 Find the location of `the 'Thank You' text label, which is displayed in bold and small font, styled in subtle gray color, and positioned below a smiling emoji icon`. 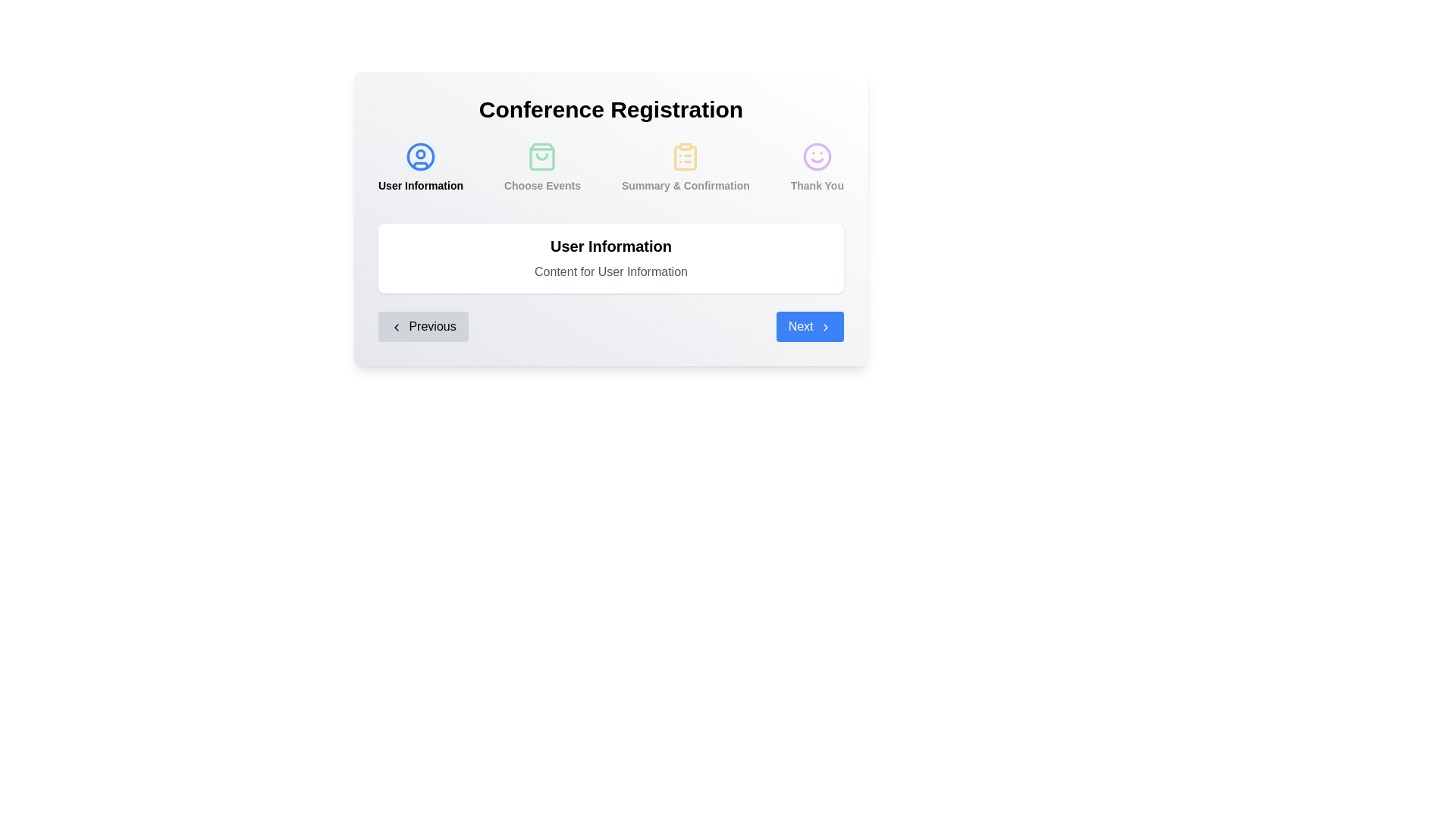

the 'Thank You' text label, which is displayed in bold and small font, styled in subtle gray color, and positioned below a smiling emoji icon is located at coordinates (816, 185).